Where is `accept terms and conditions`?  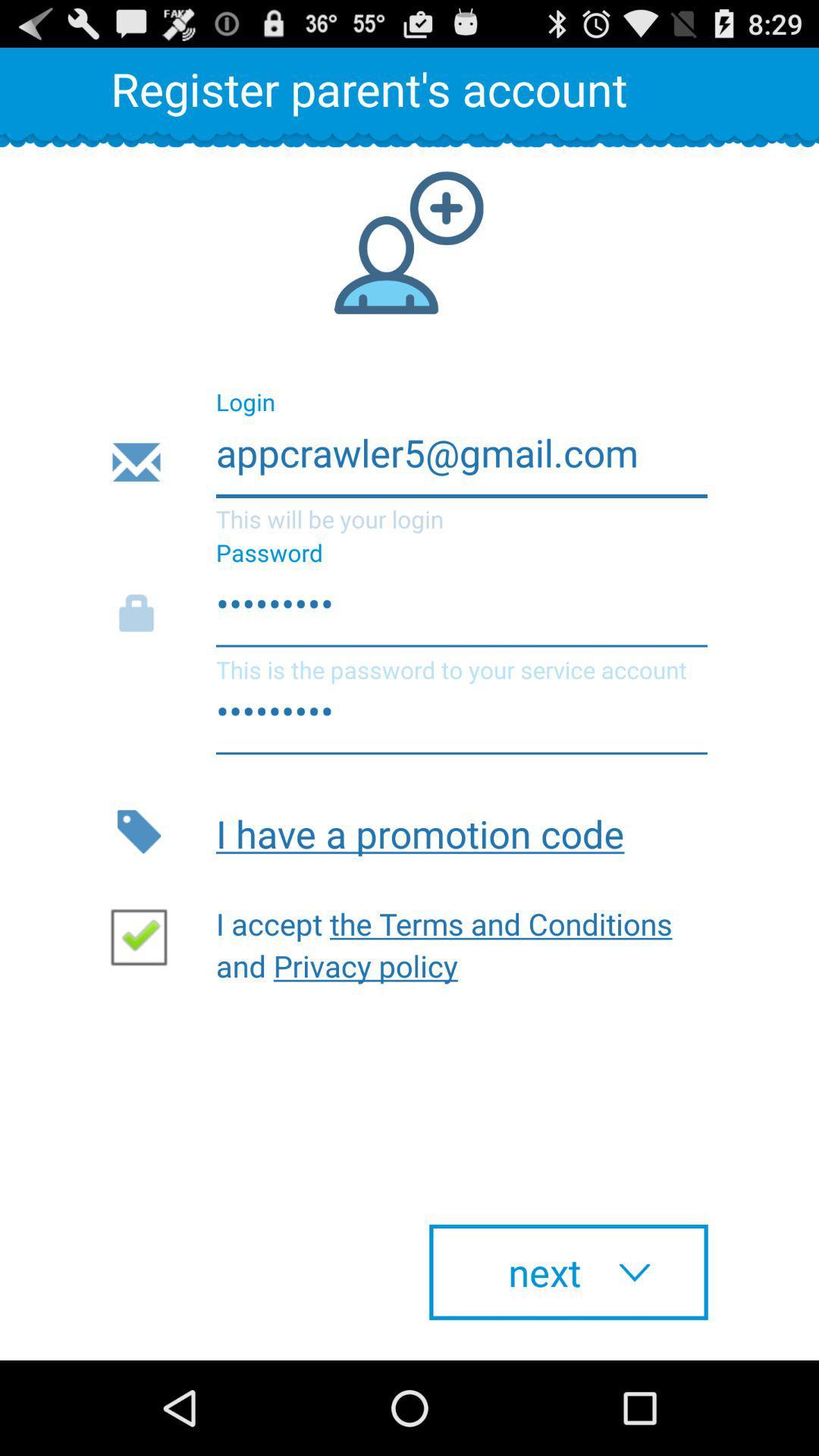 accept terms and conditions is located at coordinates (145, 935).